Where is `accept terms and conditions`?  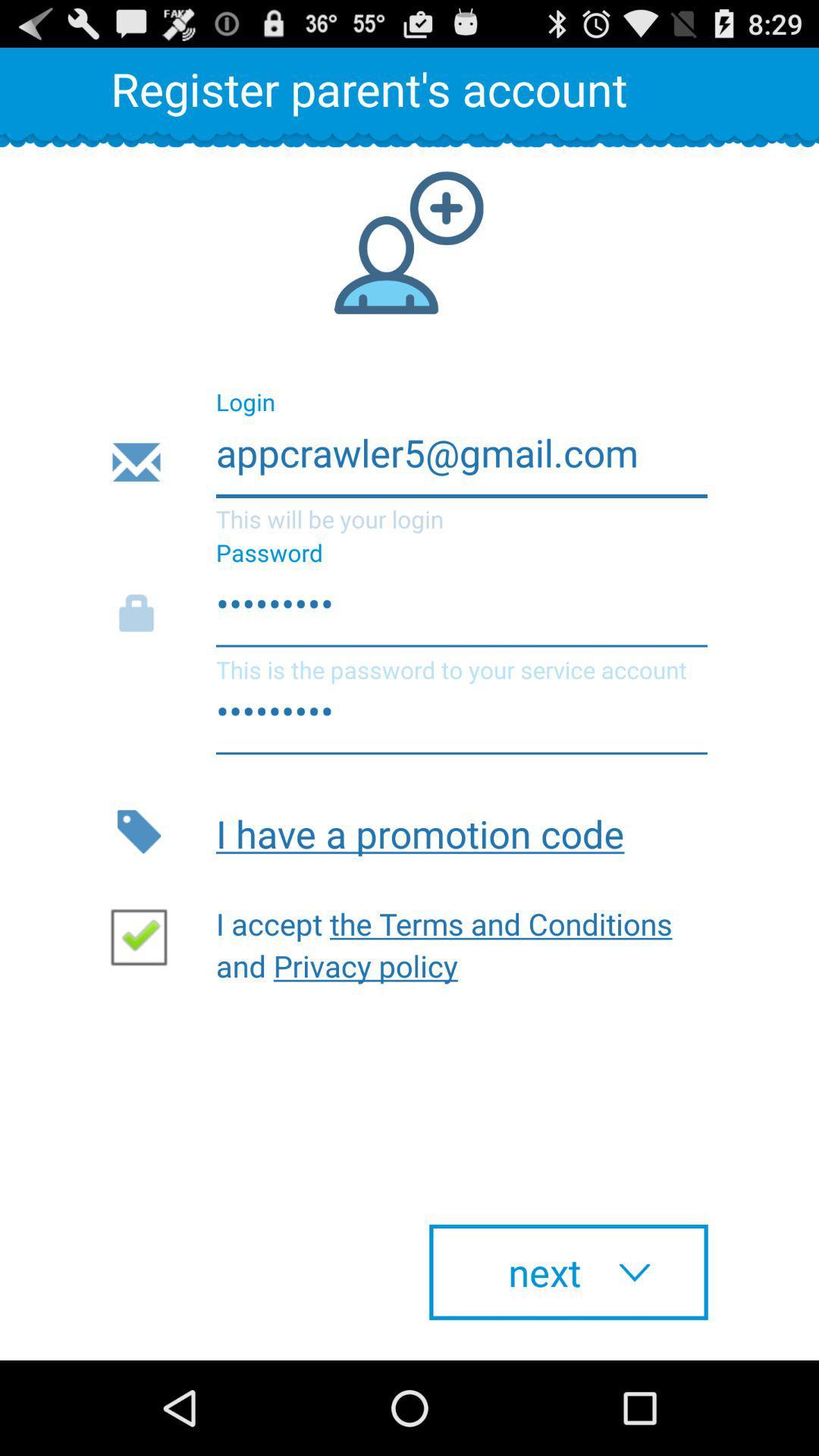 accept terms and conditions is located at coordinates (145, 935).